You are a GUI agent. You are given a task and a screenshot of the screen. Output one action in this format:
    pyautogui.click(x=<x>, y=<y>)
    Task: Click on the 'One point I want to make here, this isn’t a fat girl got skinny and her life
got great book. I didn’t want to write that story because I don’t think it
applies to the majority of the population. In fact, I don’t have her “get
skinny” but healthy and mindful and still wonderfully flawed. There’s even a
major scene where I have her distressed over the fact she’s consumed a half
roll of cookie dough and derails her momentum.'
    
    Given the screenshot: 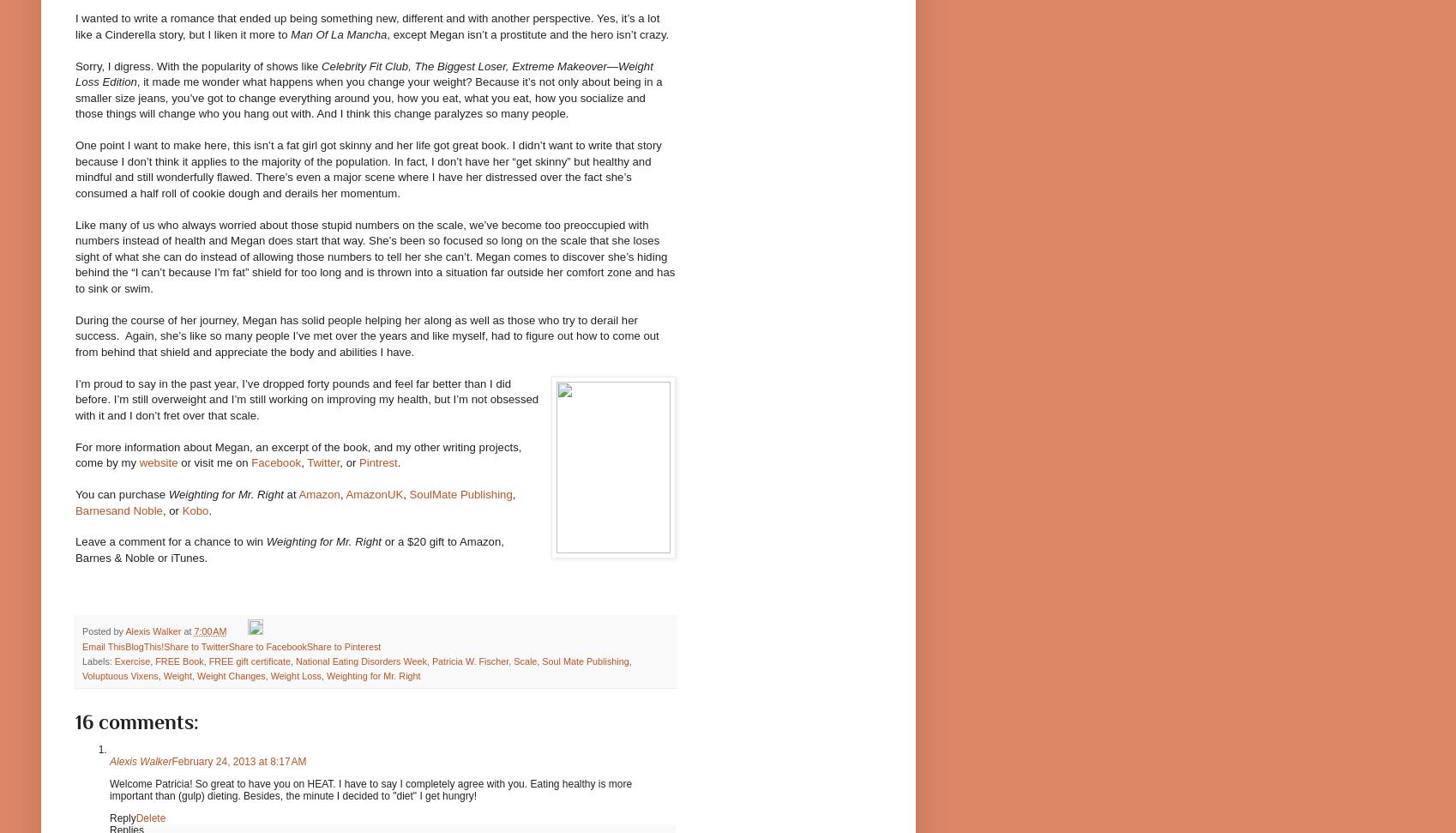 What is the action you would take?
    pyautogui.click(x=367, y=168)
    